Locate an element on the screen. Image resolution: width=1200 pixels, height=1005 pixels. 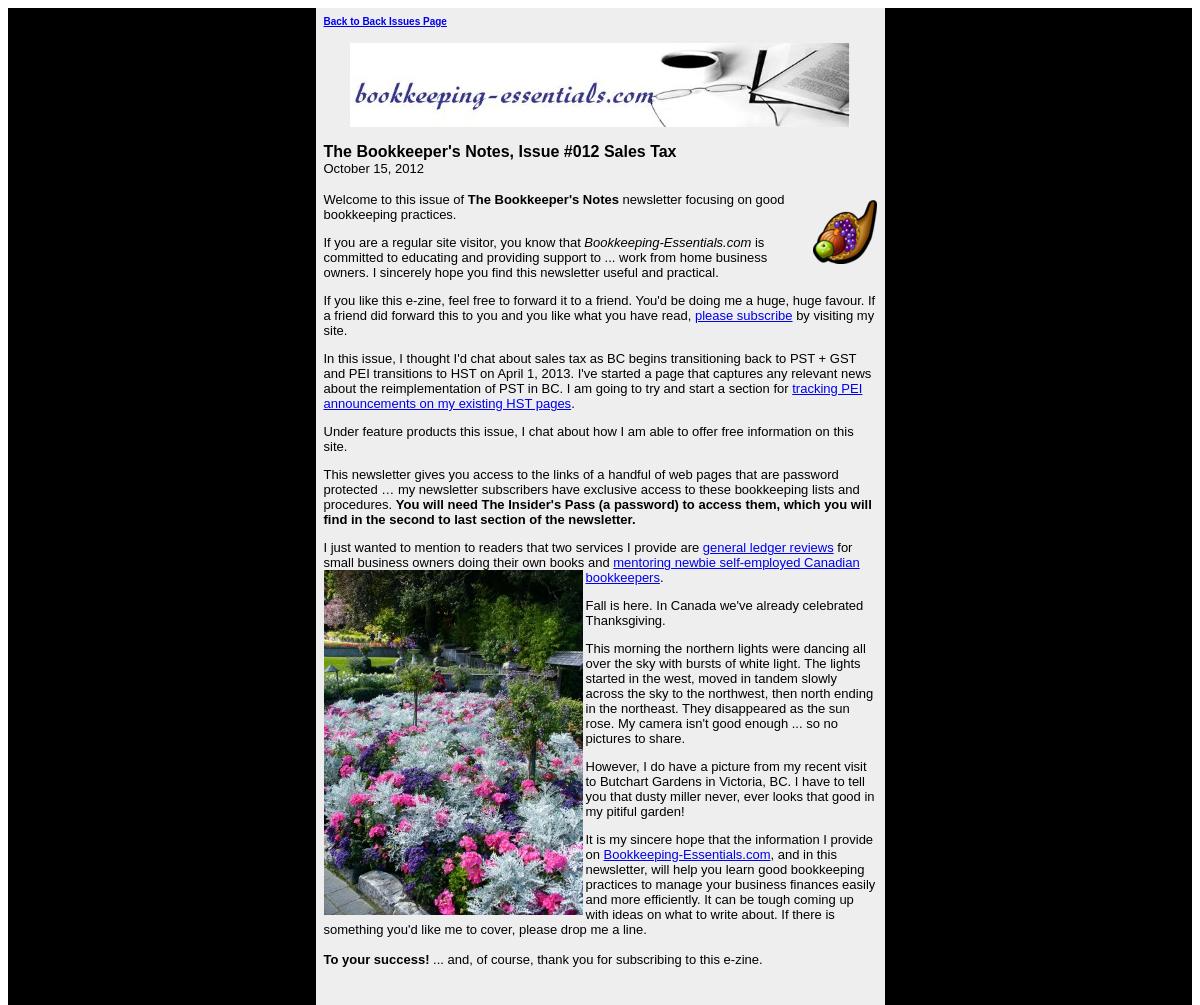
'In this issue, I thought I'd chat about sales tax as BC begins transitioning back to PST + GST and PEI transitions to HST on April 1, 2013. I've started a page that captures any relevant news about the reimplementation of PST in BC. I am going to try and start a section for' is located at coordinates (323, 373).